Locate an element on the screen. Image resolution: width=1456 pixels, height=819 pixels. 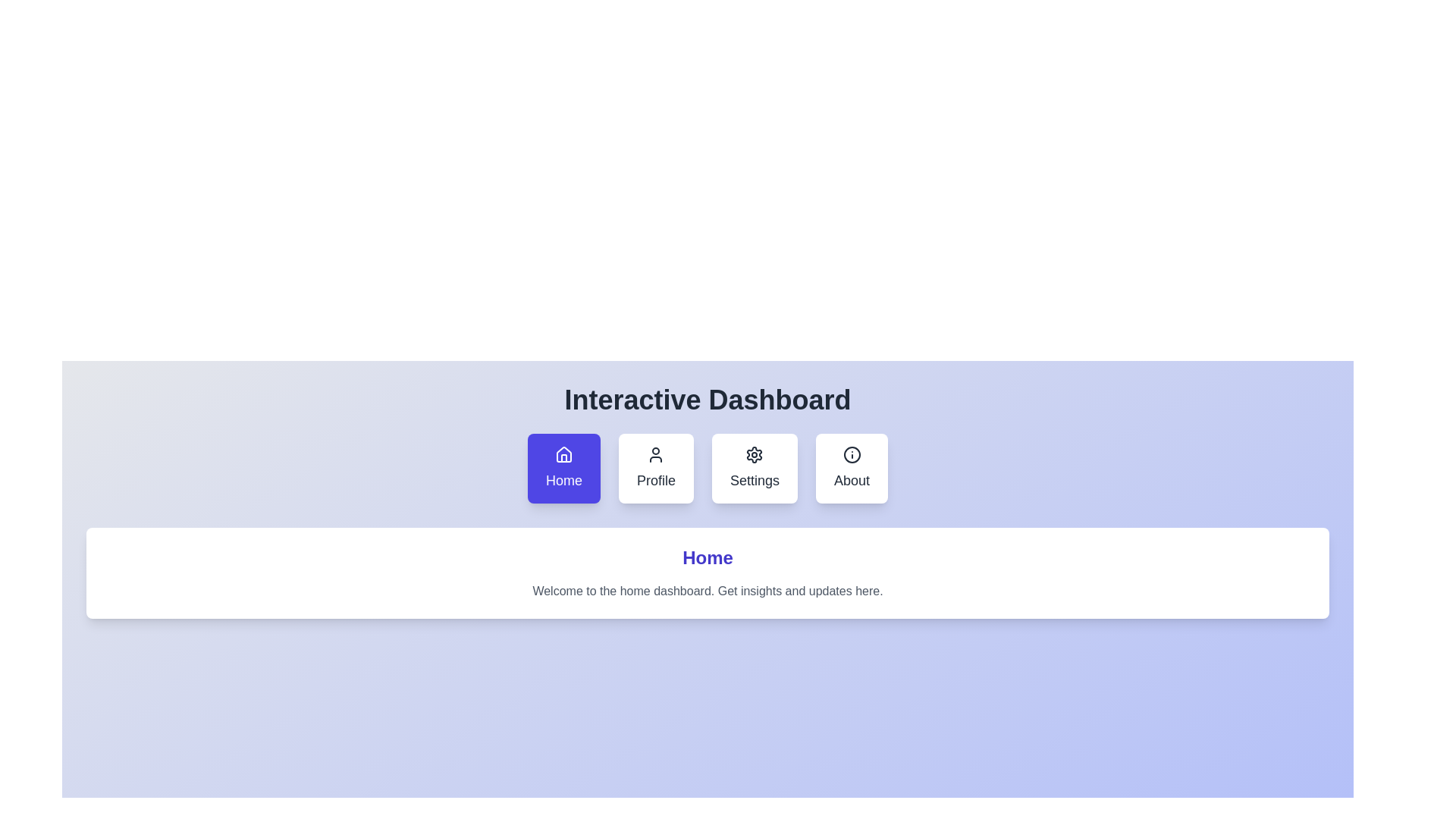
text header 'Interactive Dashboard' displayed in bold and large font at the top-center of the interface is located at coordinates (707, 400).